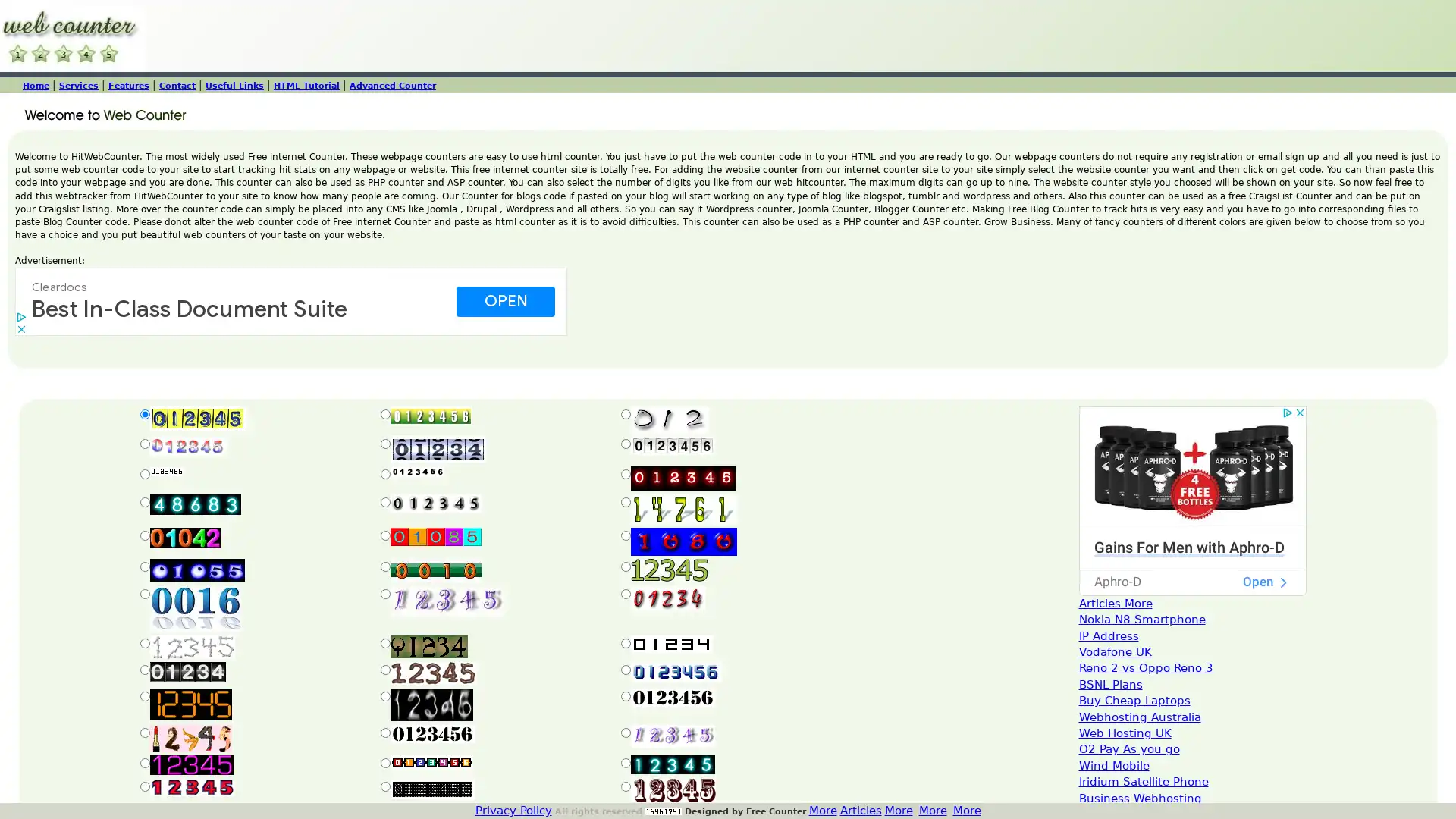 Image resolution: width=1456 pixels, height=819 pixels. What do you see at coordinates (446, 599) in the screenshot?
I see `Submit` at bounding box center [446, 599].